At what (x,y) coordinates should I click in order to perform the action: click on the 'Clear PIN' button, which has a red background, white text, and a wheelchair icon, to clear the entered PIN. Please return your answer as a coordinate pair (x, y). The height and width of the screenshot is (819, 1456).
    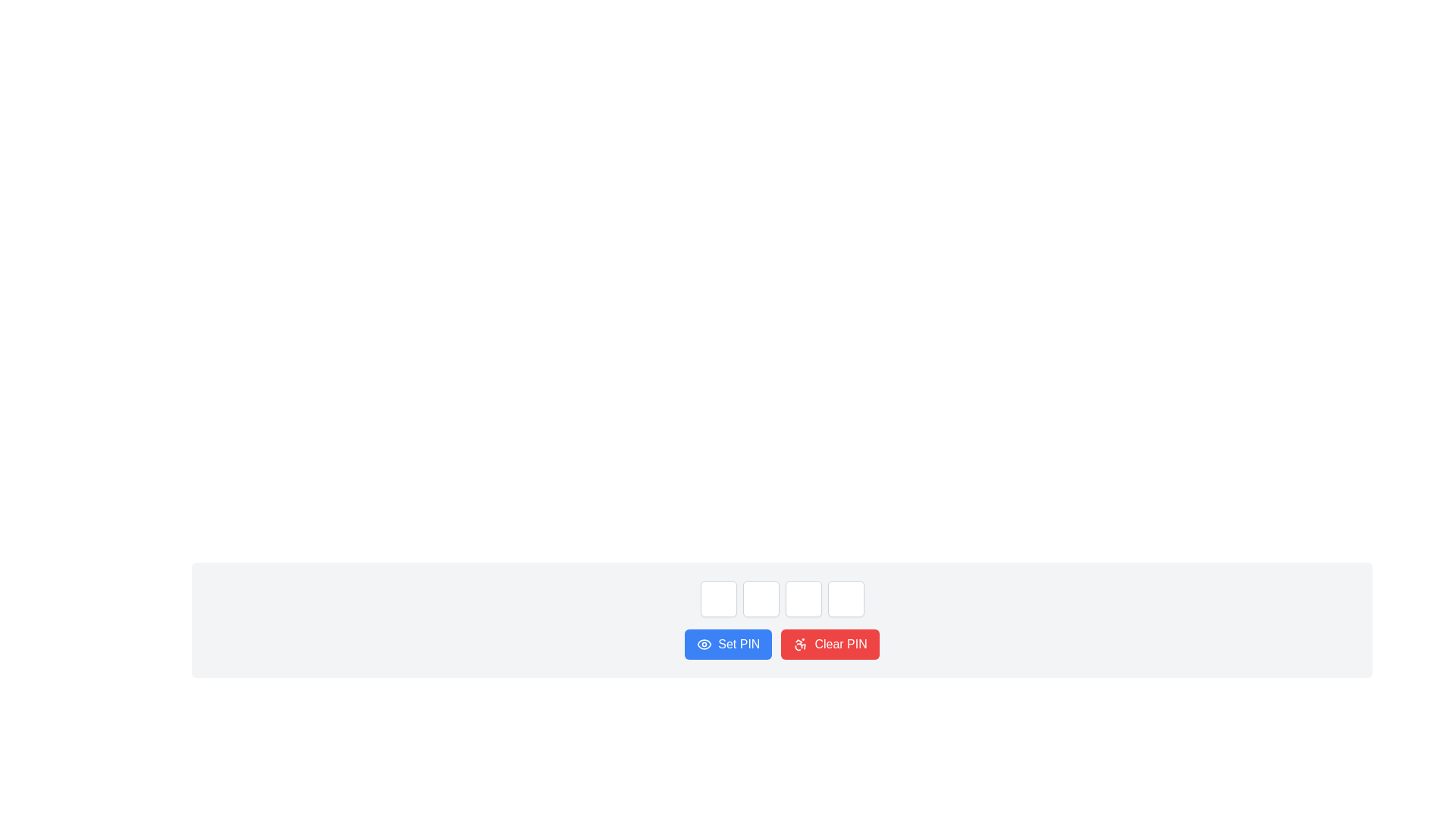
    Looking at the image, I should click on (829, 644).